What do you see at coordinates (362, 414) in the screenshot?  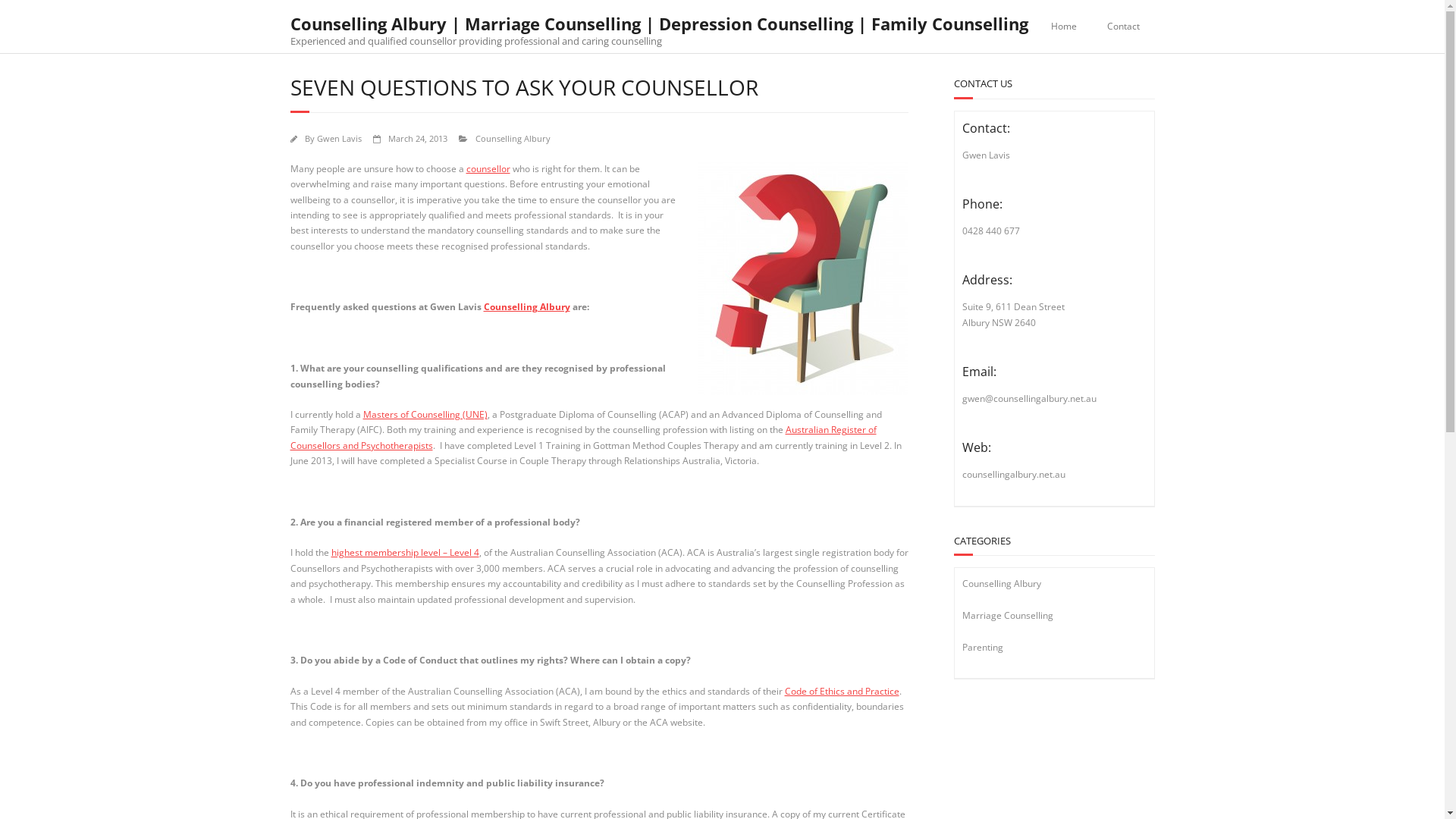 I see `'Masters of Counselling (UNE)'` at bounding box center [362, 414].